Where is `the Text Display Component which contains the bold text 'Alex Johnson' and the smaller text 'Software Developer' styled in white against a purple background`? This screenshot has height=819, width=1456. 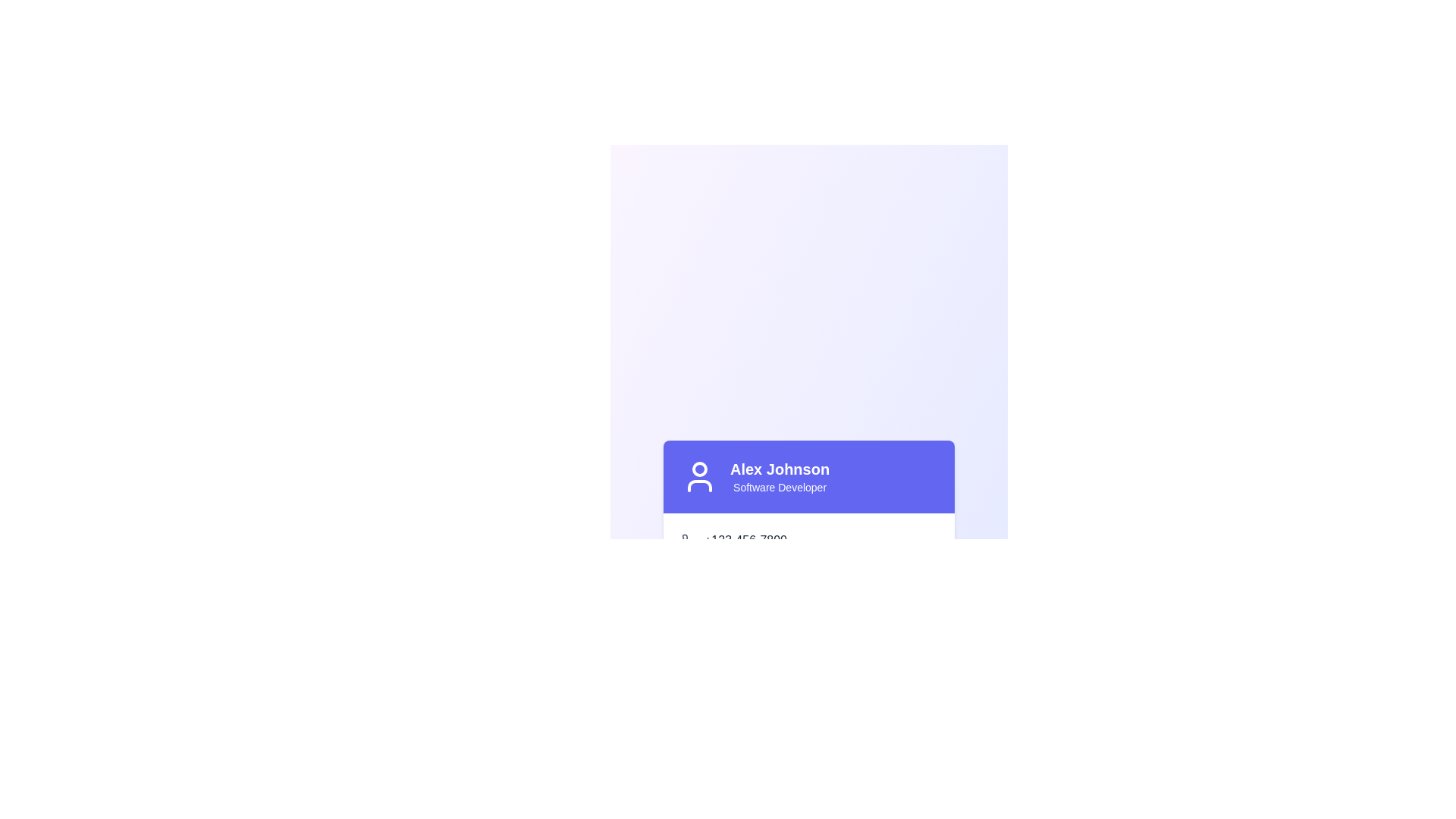
the Text Display Component which contains the bold text 'Alex Johnson' and the smaller text 'Software Developer' styled in white against a purple background is located at coordinates (780, 475).